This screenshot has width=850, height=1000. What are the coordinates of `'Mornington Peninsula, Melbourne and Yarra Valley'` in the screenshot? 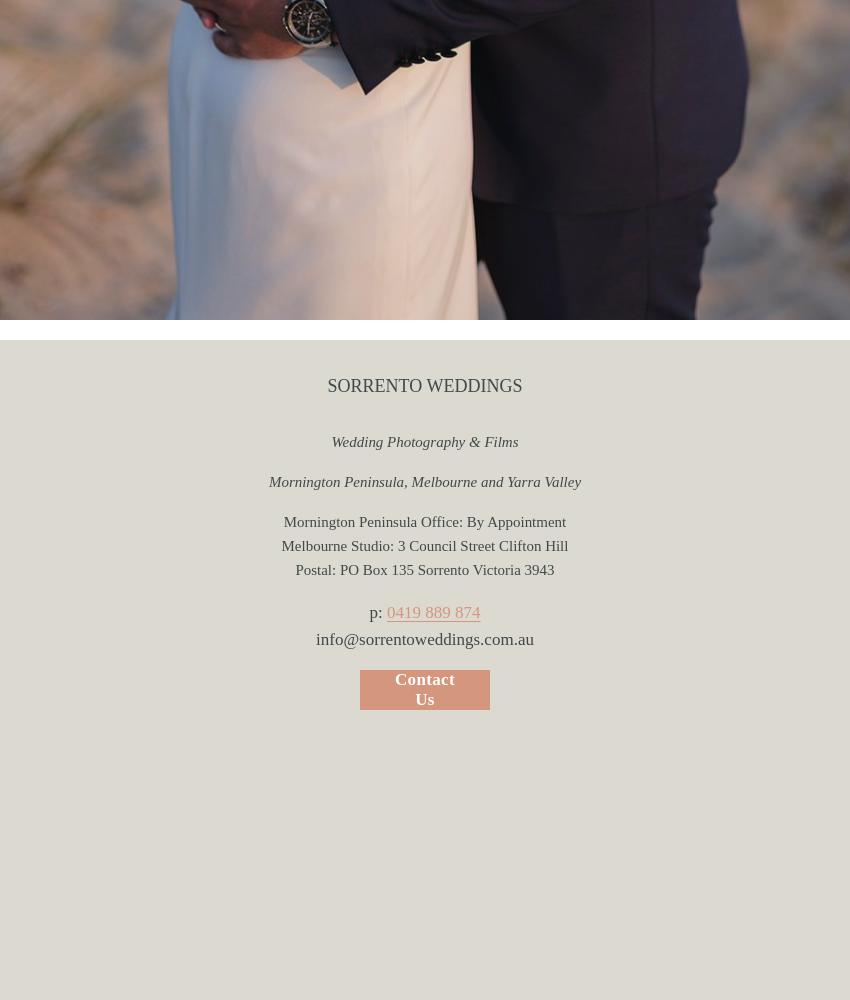 It's located at (424, 481).